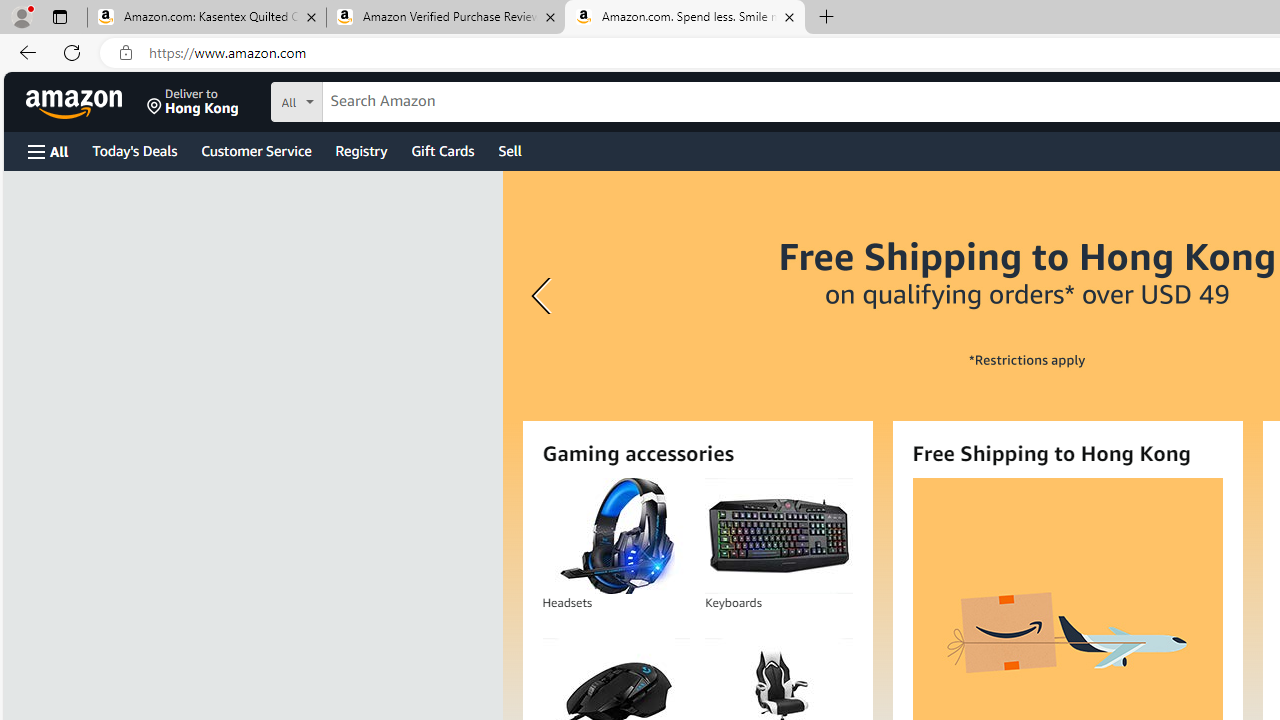 Image resolution: width=1280 pixels, height=720 pixels. What do you see at coordinates (48, 150) in the screenshot?
I see `'Open Menu'` at bounding box center [48, 150].